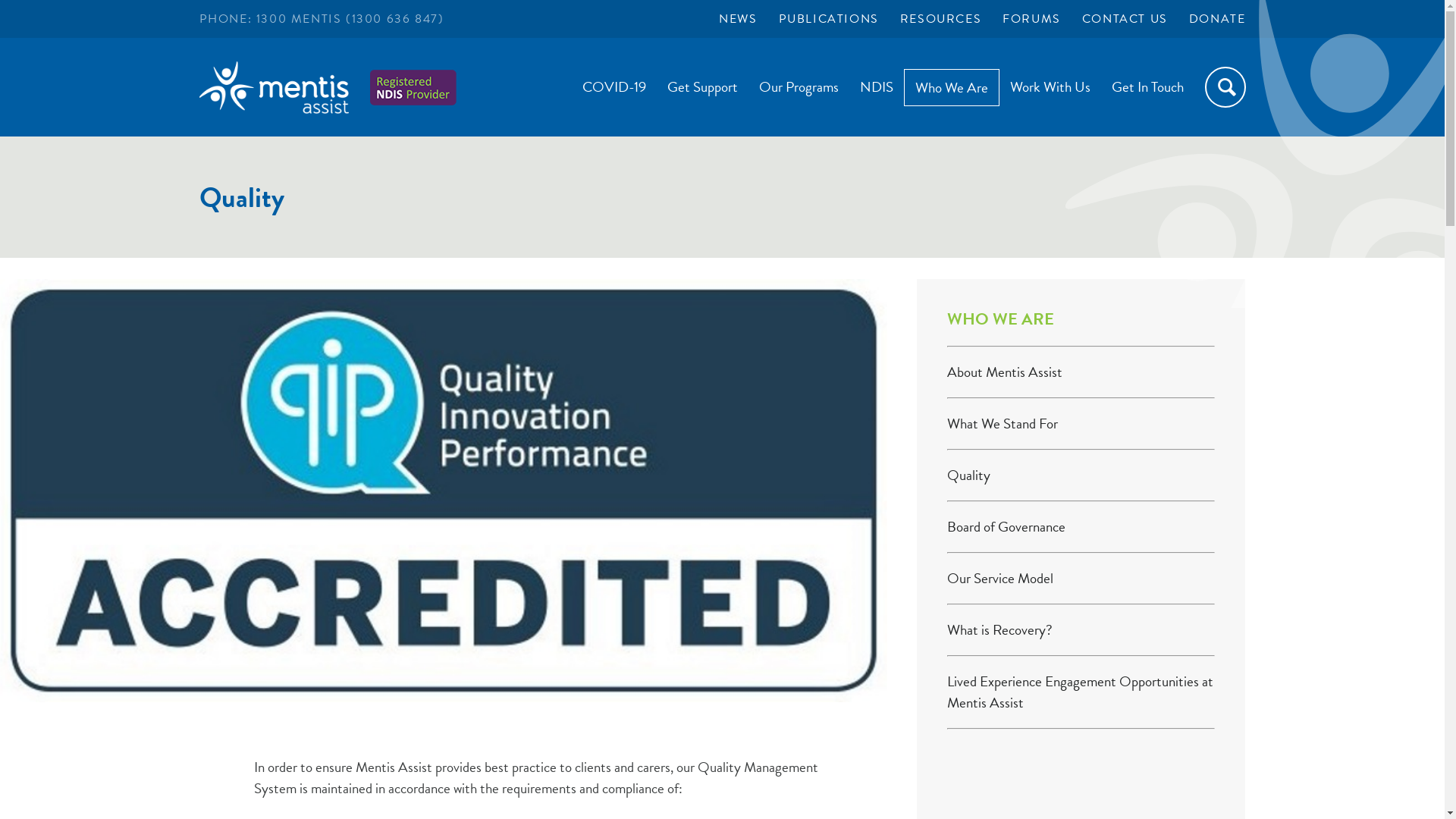 Image resolution: width=1456 pixels, height=819 pixels. What do you see at coordinates (1147, 86) in the screenshot?
I see `'Get In Touch'` at bounding box center [1147, 86].